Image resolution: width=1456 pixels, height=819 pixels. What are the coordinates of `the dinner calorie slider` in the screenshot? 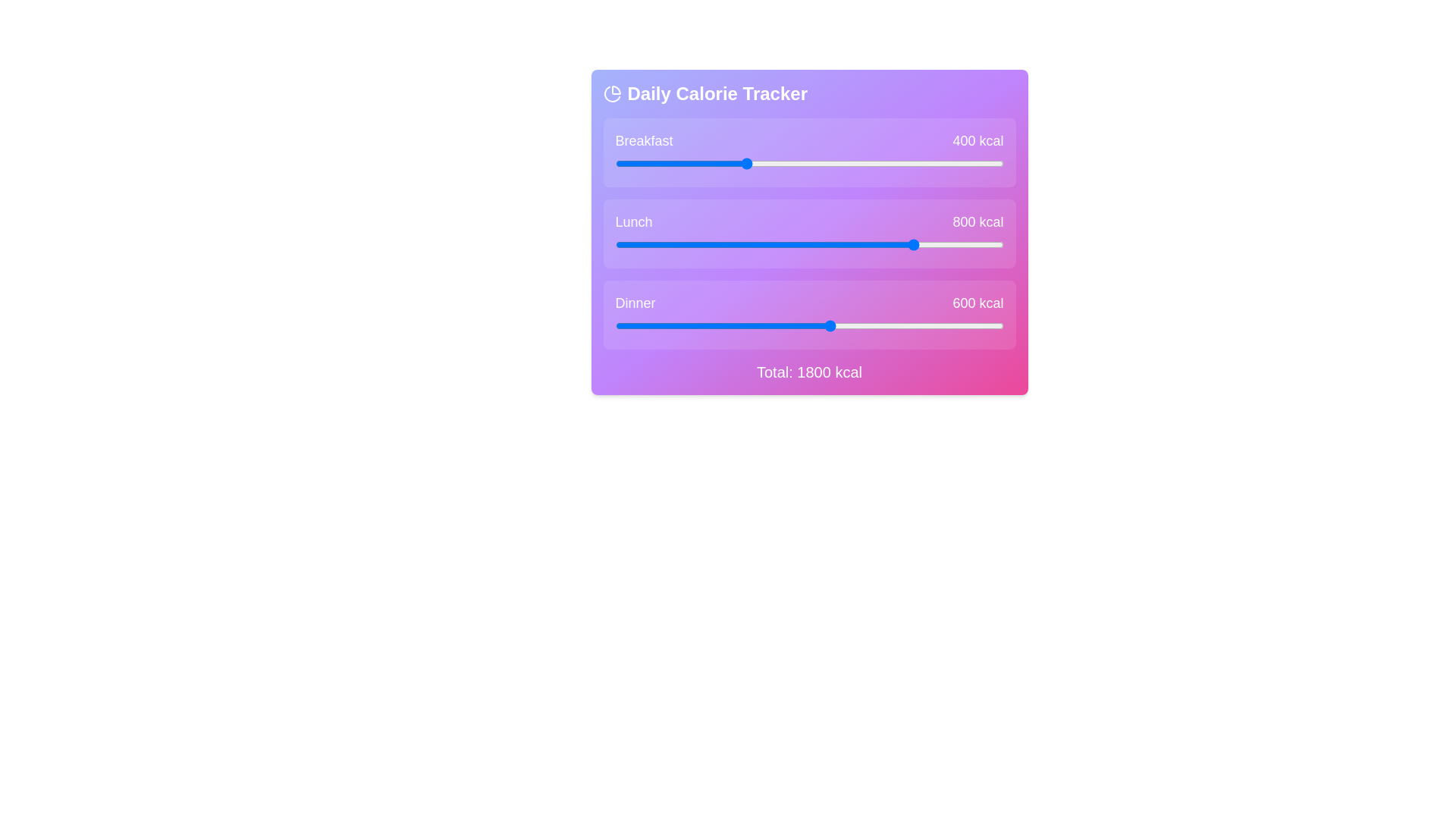 It's located at (870, 325).